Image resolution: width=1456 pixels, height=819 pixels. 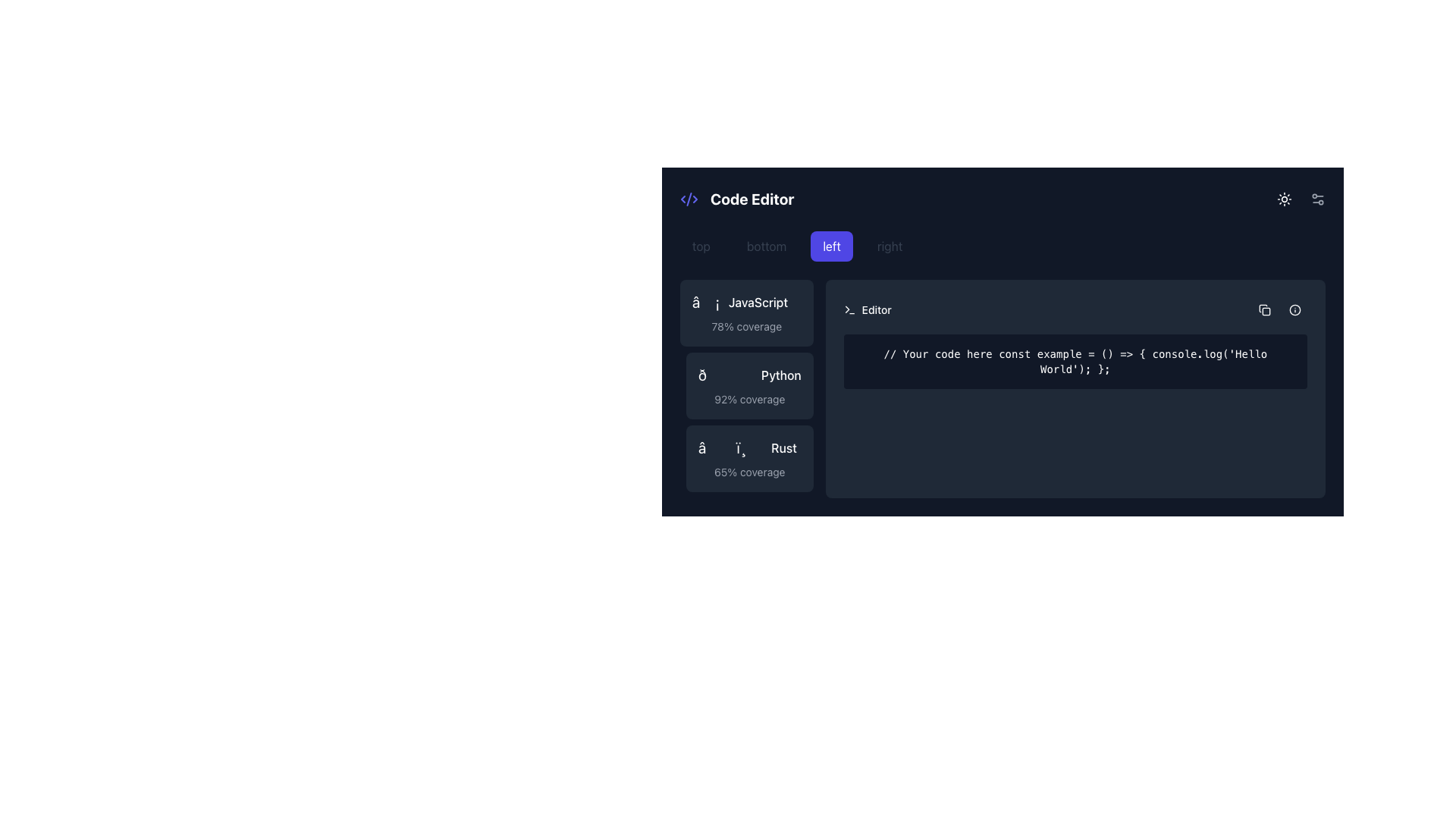 I want to click on the gear-shaped icon button located at the top-right corner of the dark-themed toolbar, so click(x=1316, y=198).